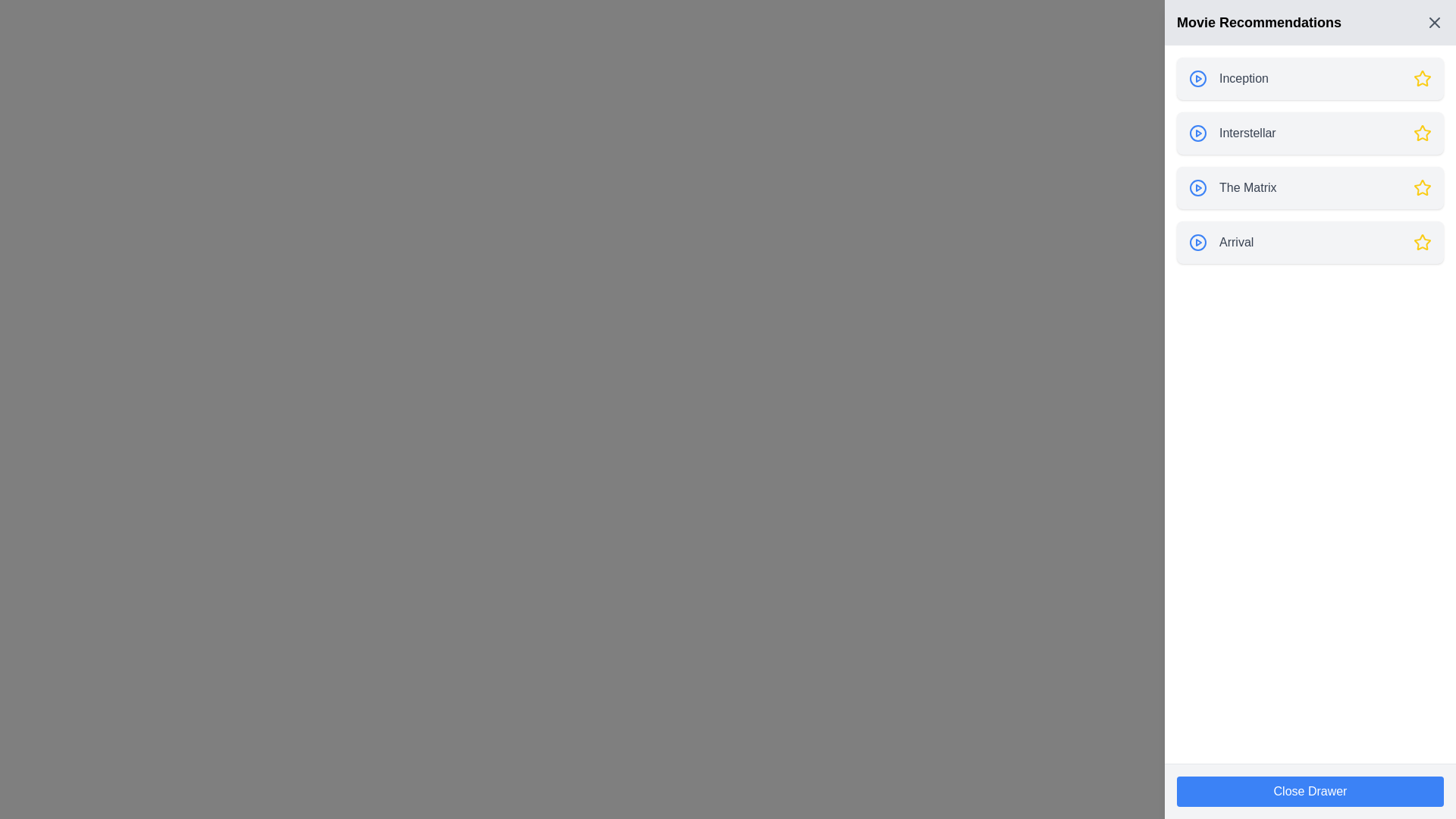 The width and height of the screenshot is (1456, 819). Describe the element at coordinates (1197, 242) in the screenshot. I see `the play button located on the left side of the 'Arrival' title in the right side panel to possibly reveal a tooltip or animation` at that location.